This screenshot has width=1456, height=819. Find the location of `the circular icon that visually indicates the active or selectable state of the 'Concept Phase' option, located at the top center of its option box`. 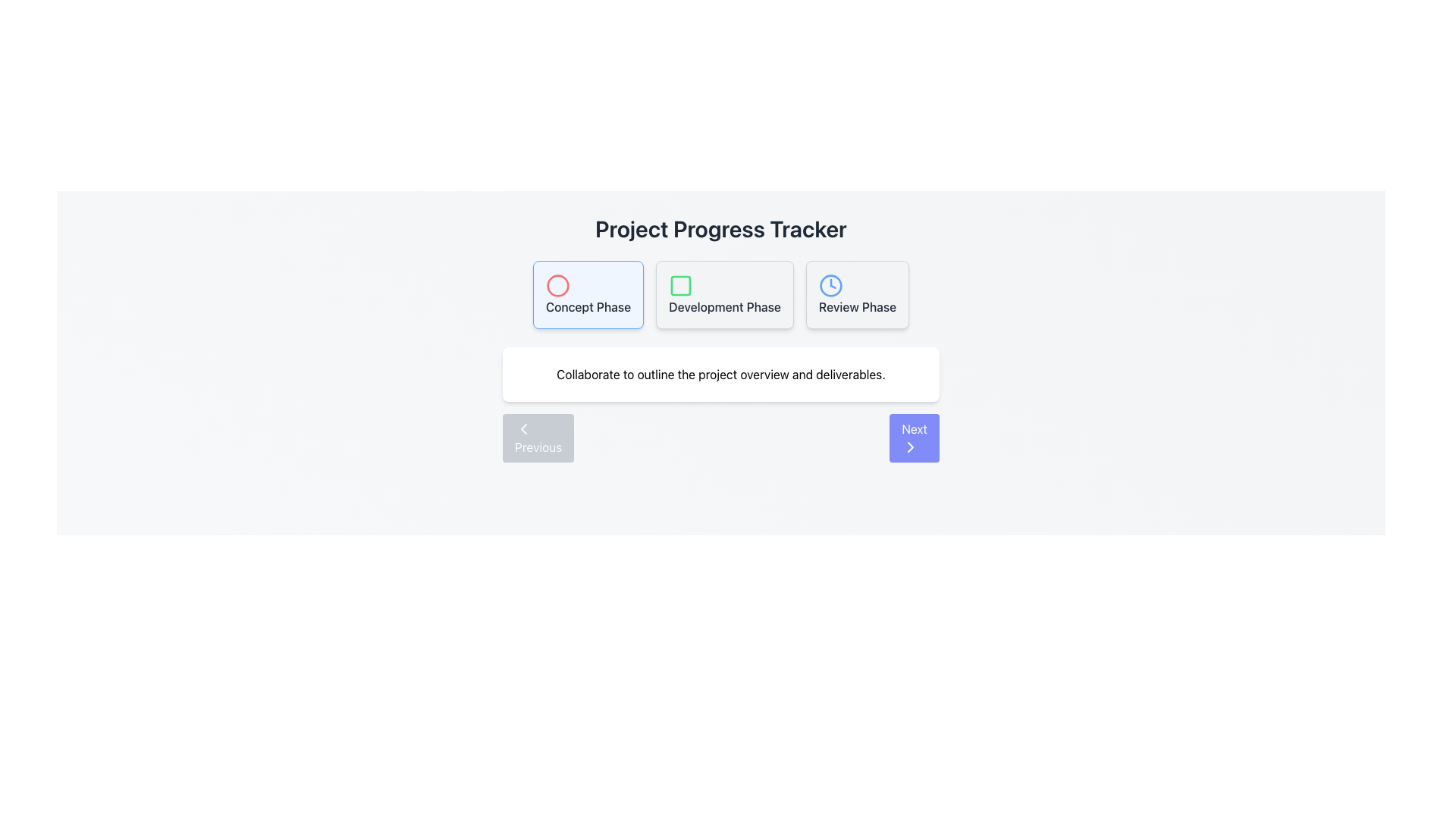

the circular icon that visually indicates the active or selectable state of the 'Concept Phase' option, located at the top center of its option box is located at coordinates (557, 286).